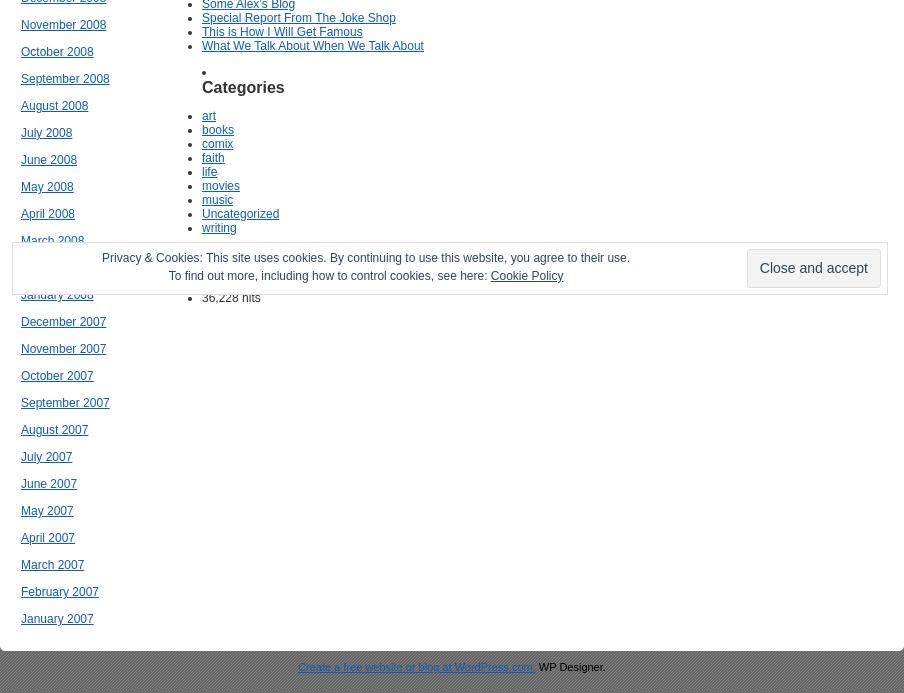  Describe the element at coordinates (241, 86) in the screenshot. I see `'Categories'` at that location.